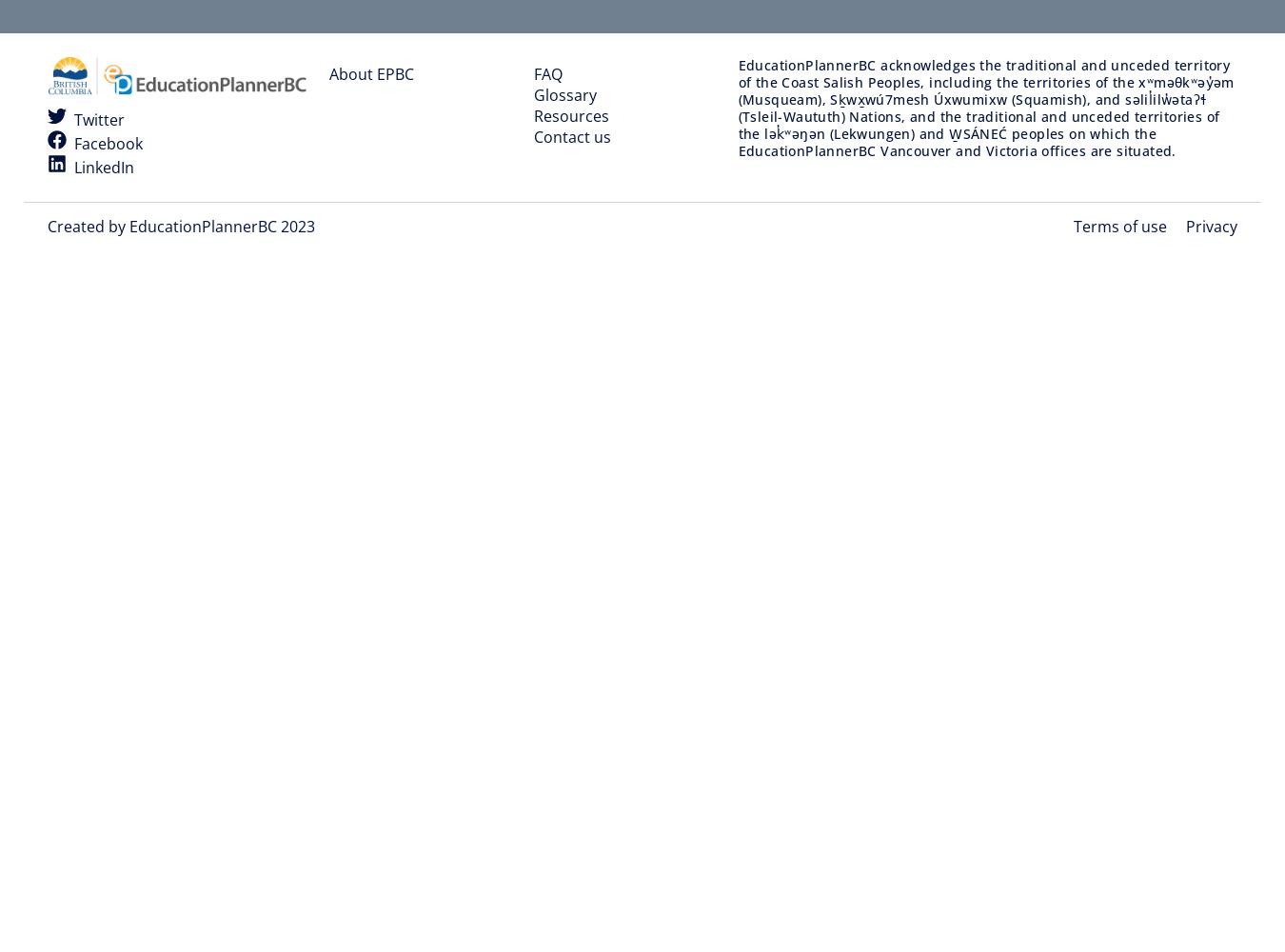 Image resolution: width=1285 pixels, height=952 pixels. I want to click on 'About EPBC', so click(371, 72).